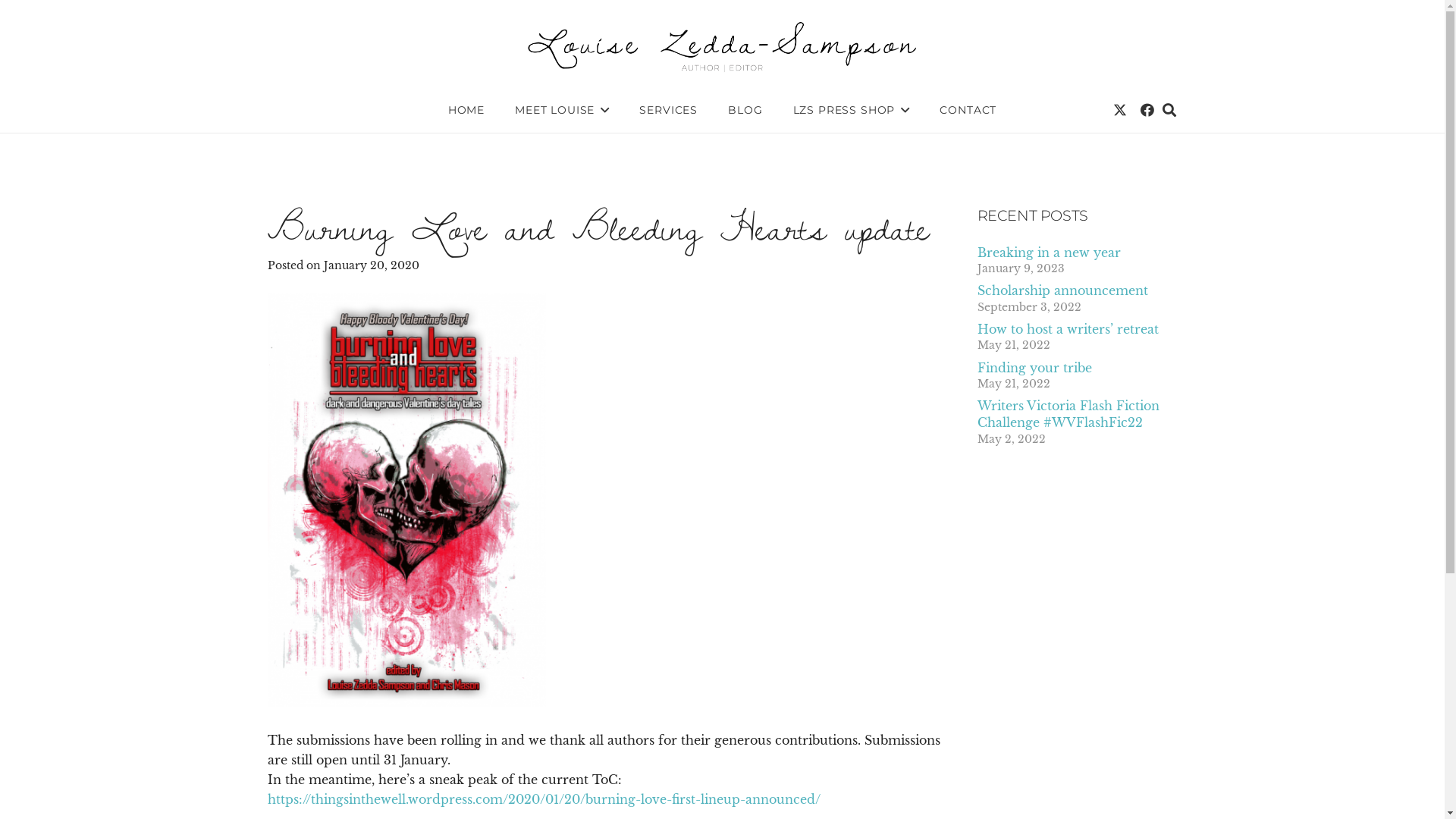 Image resolution: width=1456 pixels, height=819 pixels. I want to click on 'Facebook', so click(1147, 109).